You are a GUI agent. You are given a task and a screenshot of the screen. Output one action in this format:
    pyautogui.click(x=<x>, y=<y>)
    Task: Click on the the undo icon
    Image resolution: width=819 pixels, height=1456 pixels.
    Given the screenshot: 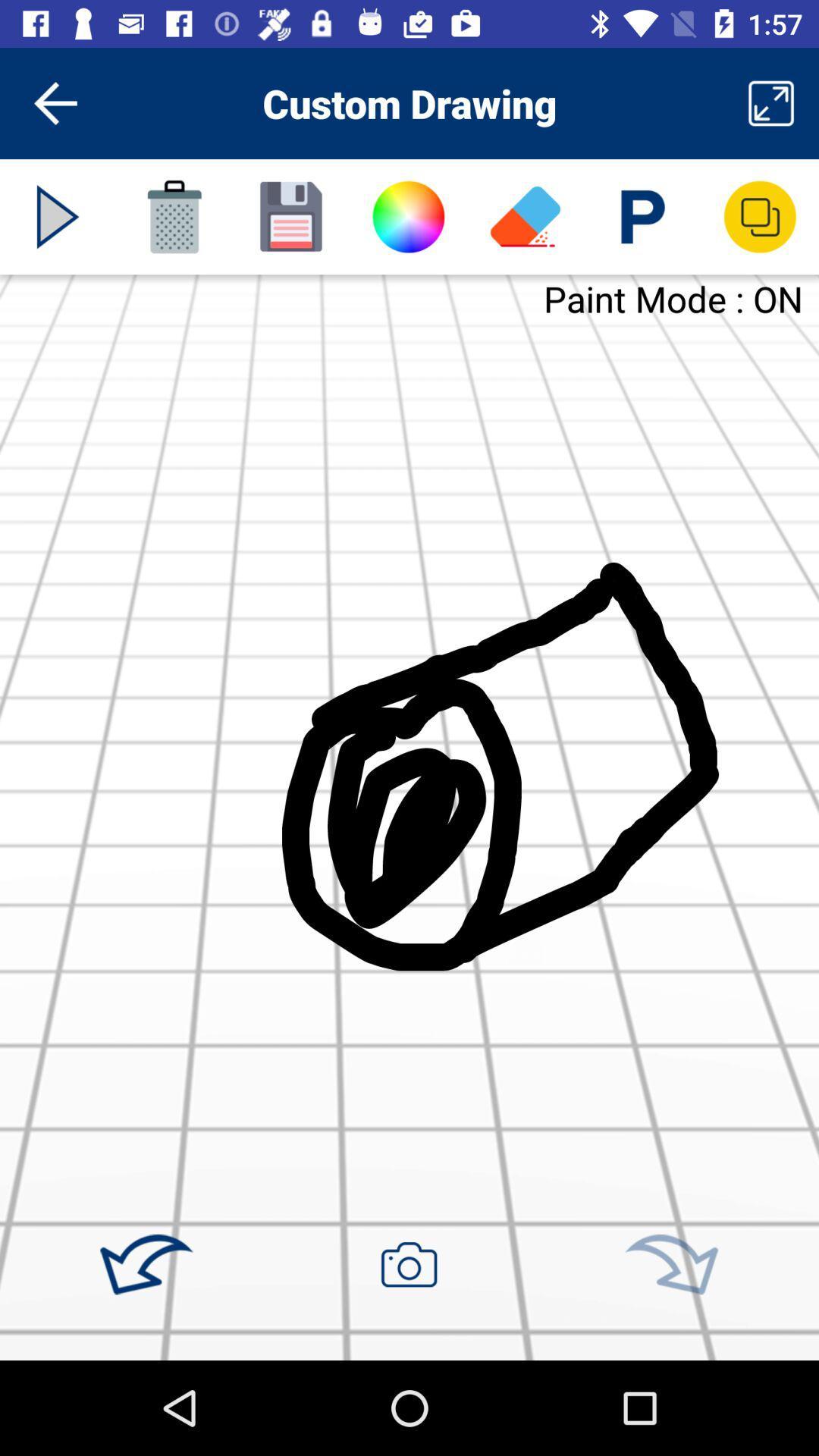 What is the action you would take?
    pyautogui.click(x=146, y=1265)
    